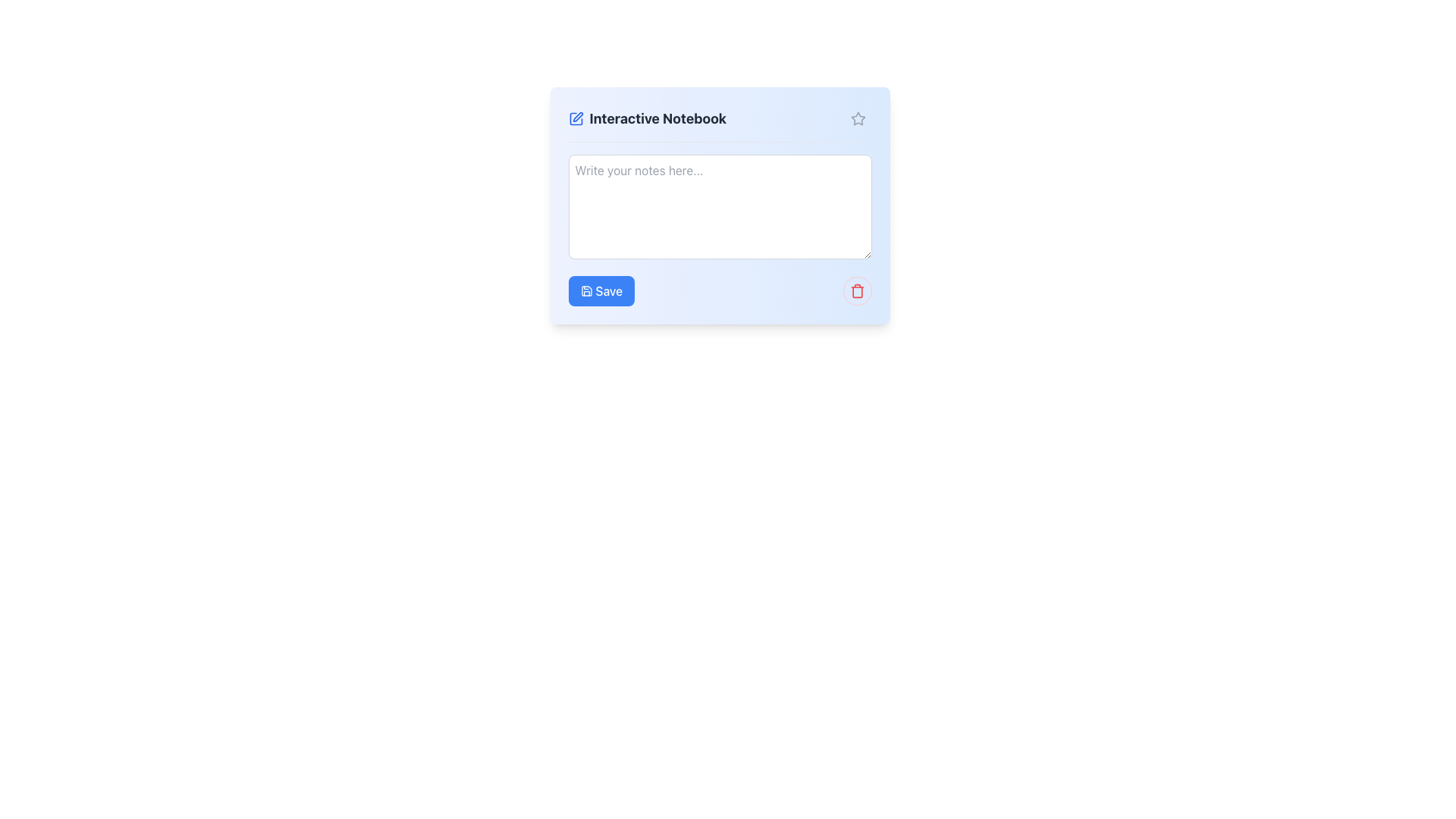 This screenshot has width=1456, height=819. What do you see at coordinates (857, 291) in the screenshot?
I see `the delete button located at the bottom-right corner of the blue panel, adjacent to the 'Save' button` at bounding box center [857, 291].